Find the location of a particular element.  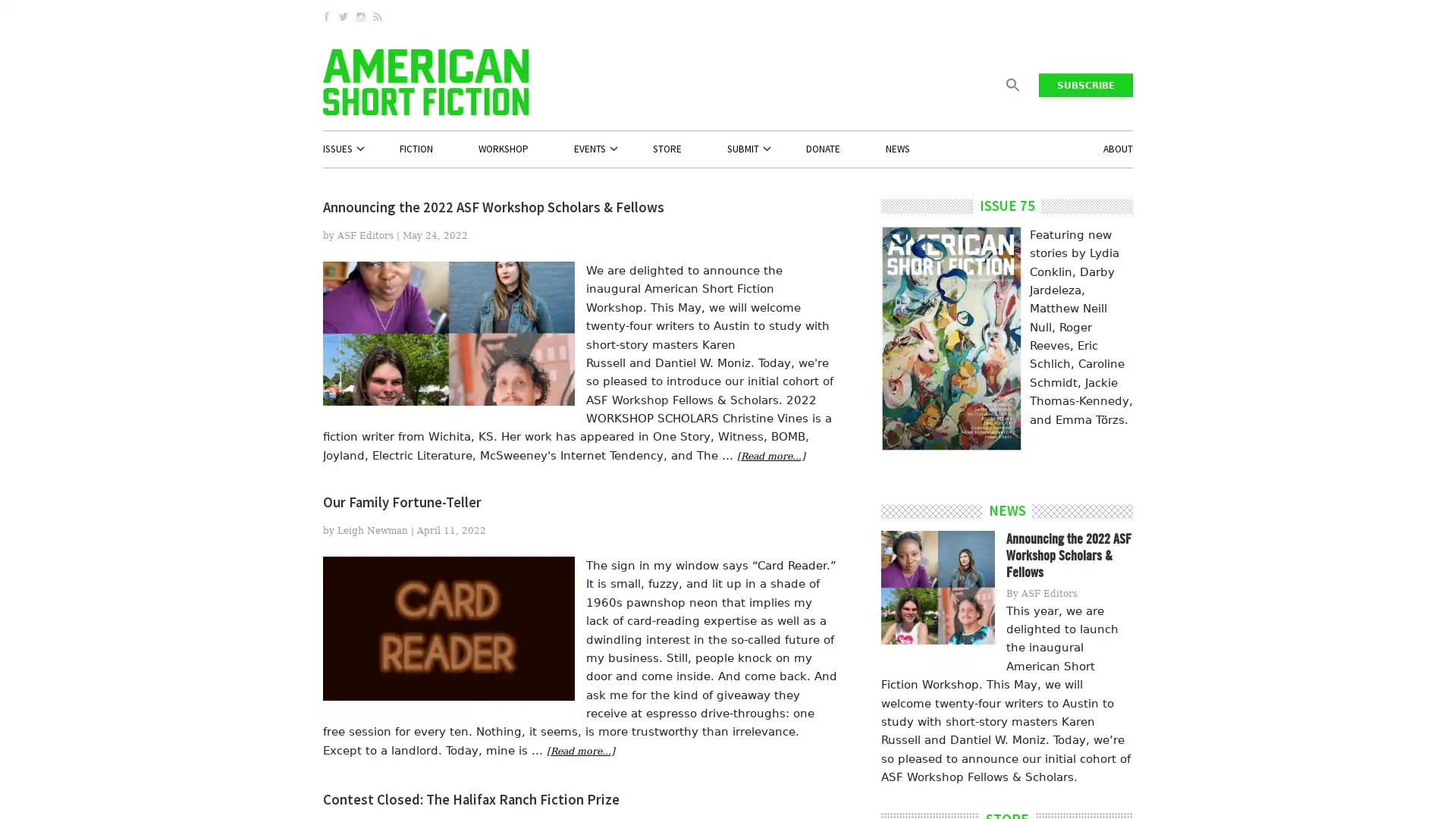

facebook is located at coordinates (327, 17).